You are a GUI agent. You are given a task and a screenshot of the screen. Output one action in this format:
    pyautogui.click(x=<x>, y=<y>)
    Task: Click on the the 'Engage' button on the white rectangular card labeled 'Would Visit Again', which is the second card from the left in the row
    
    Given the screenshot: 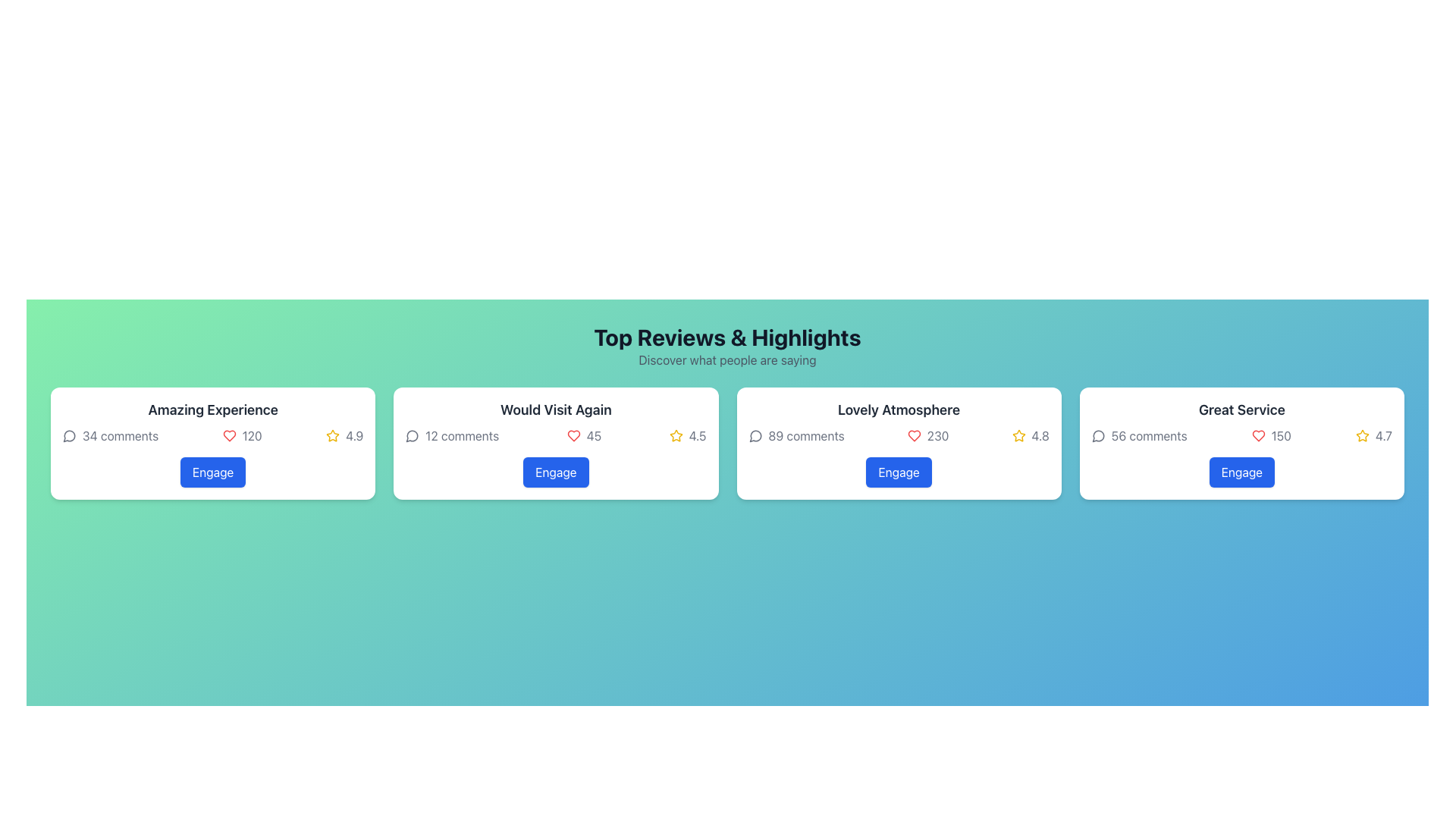 What is the action you would take?
    pyautogui.click(x=555, y=444)
    